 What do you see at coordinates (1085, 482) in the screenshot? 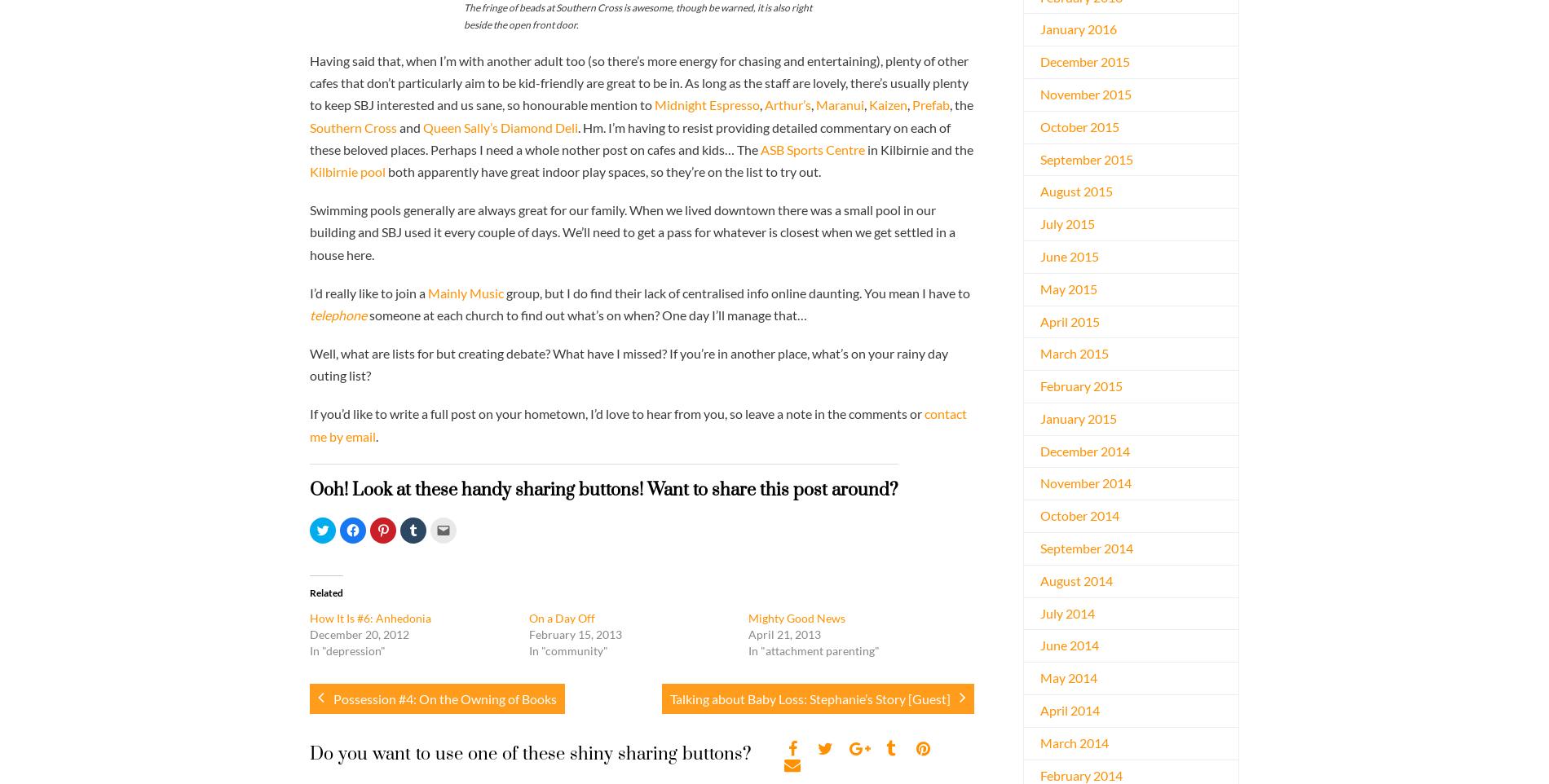
I see `'November 2014'` at bounding box center [1085, 482].